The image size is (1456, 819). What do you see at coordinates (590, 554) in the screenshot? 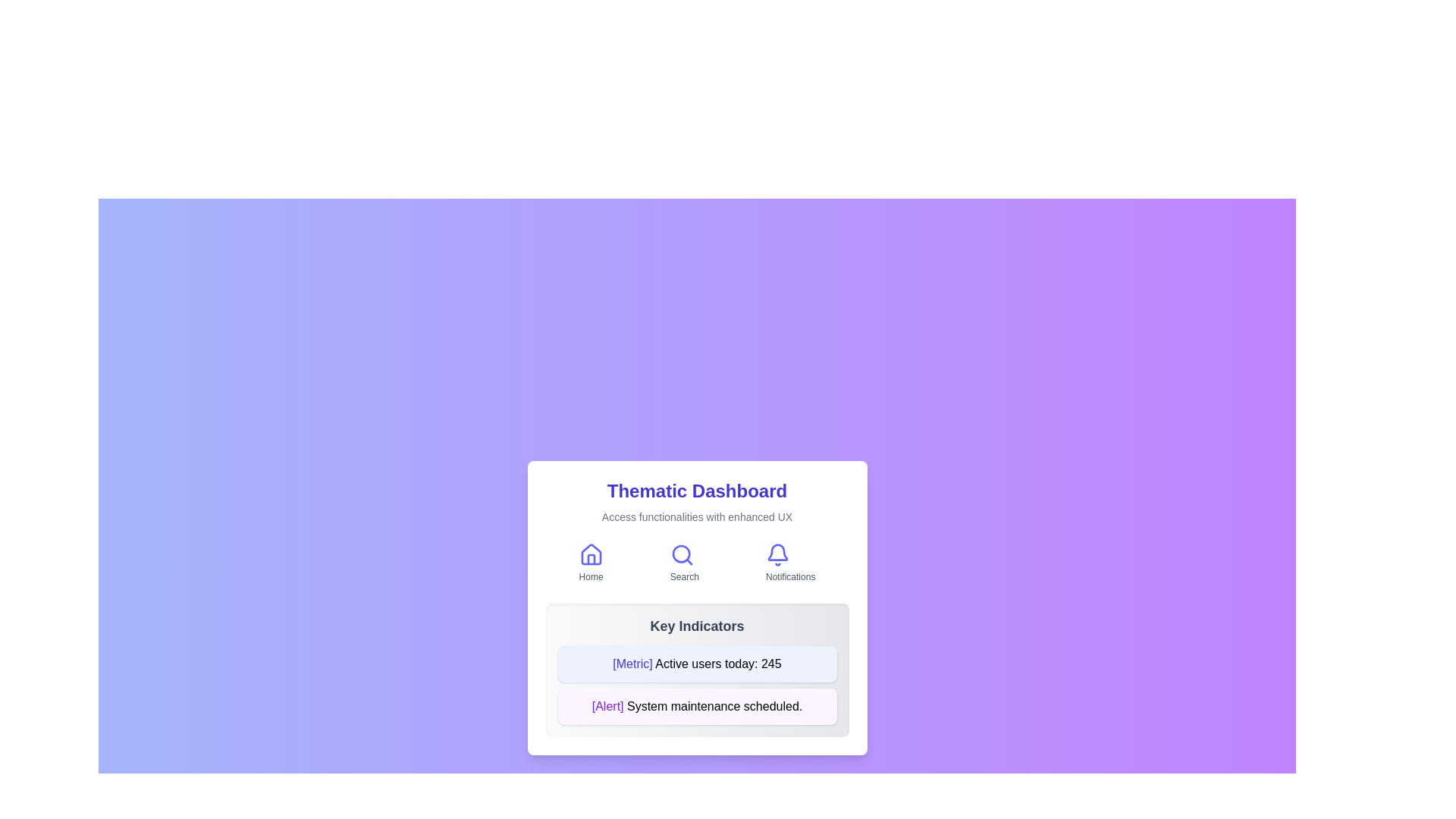
I see `the stylized house icon with a gradient indigo shade, which is part of the 'Home' navigation button located in the top-left corner of the main feature box` at bounding box center [590, 554].